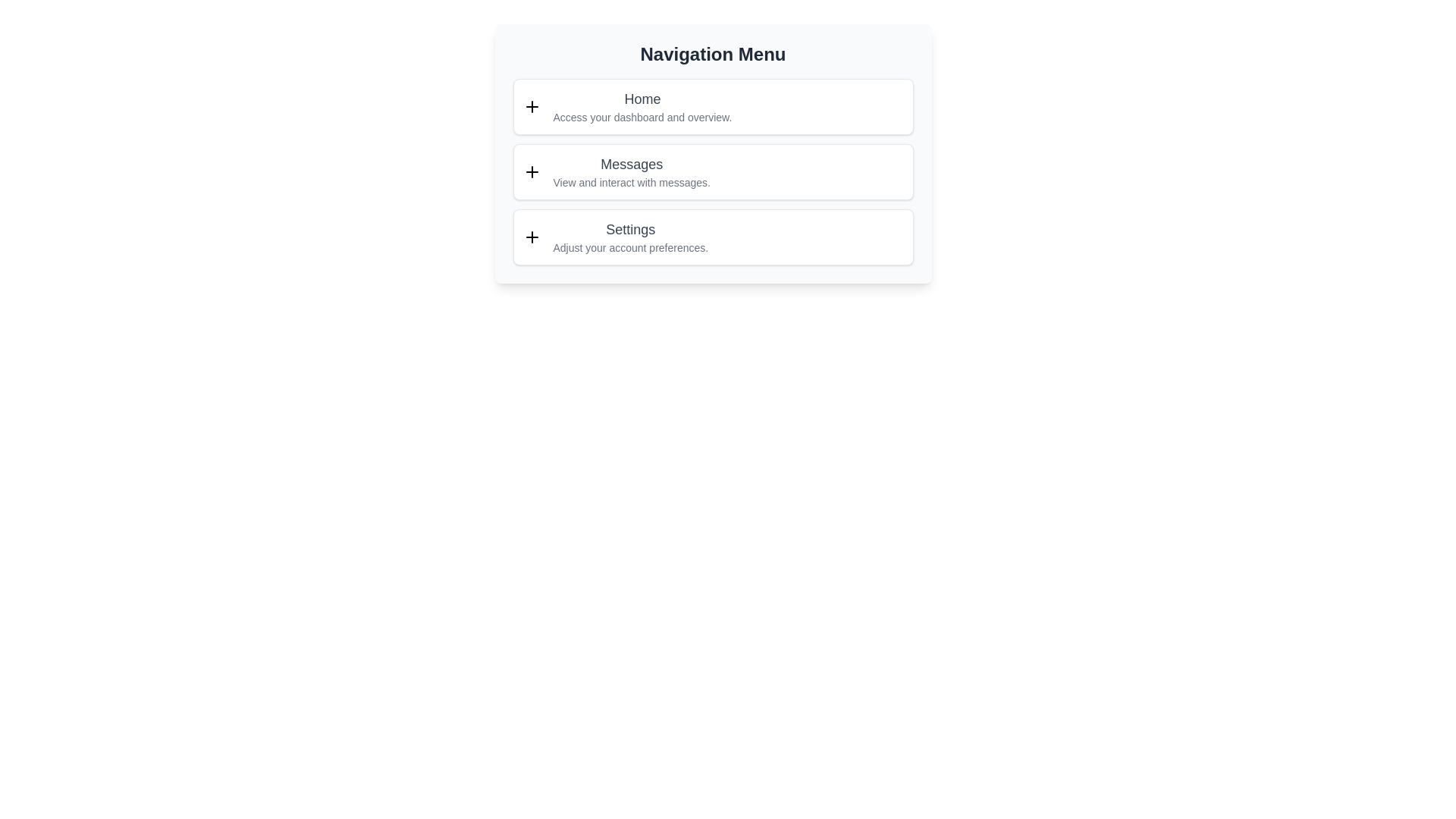 The image size is (1456, 819). I want to click on the 'Messages' textual description in the vertical navigation menu, which is styled with a bold heading and smaller subtext, positioned between 'Home' and 'Settings', so click(632, 171).